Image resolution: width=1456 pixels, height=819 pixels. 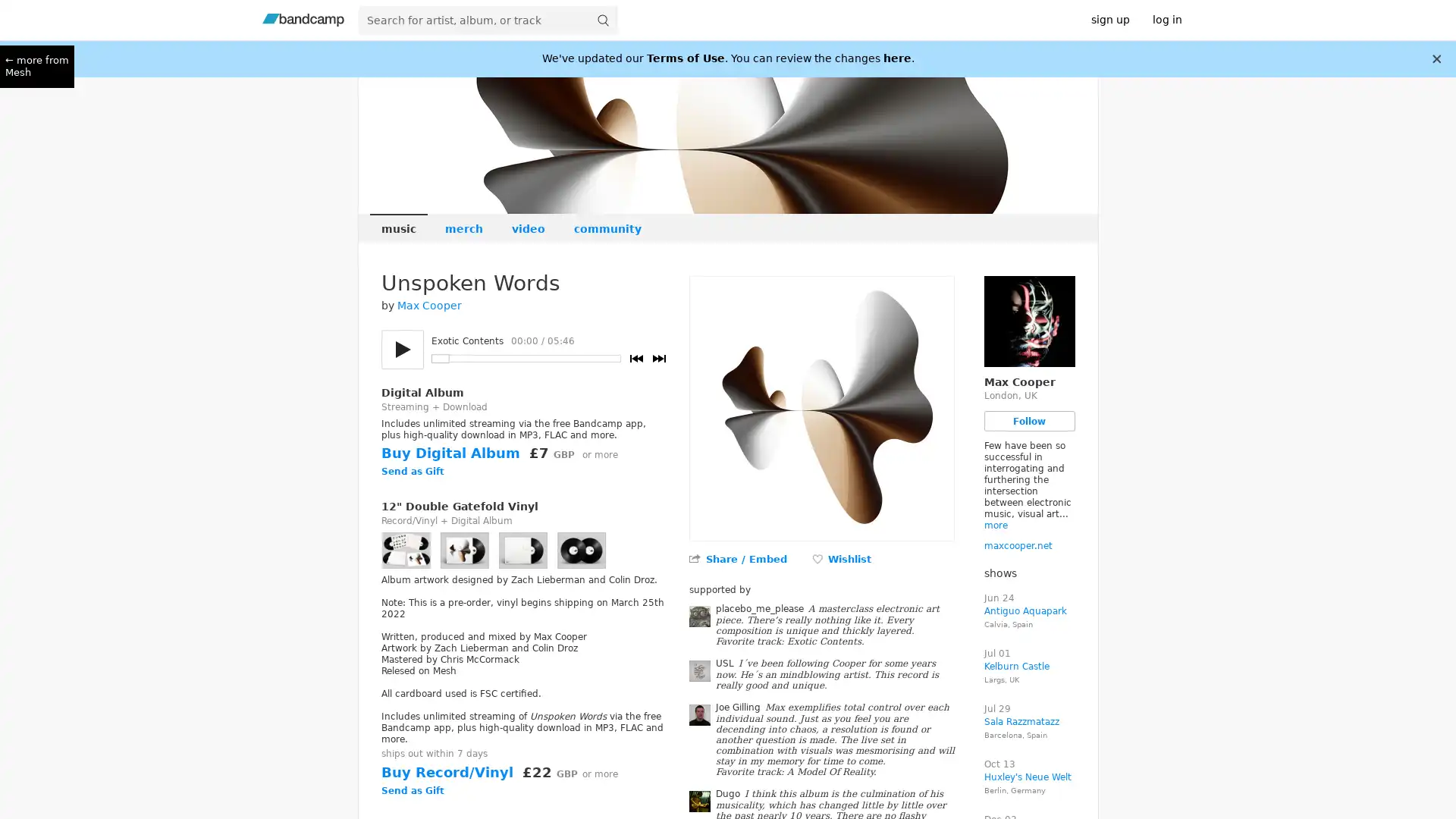 I want to click on Follow, so click(x=1029, y=421).